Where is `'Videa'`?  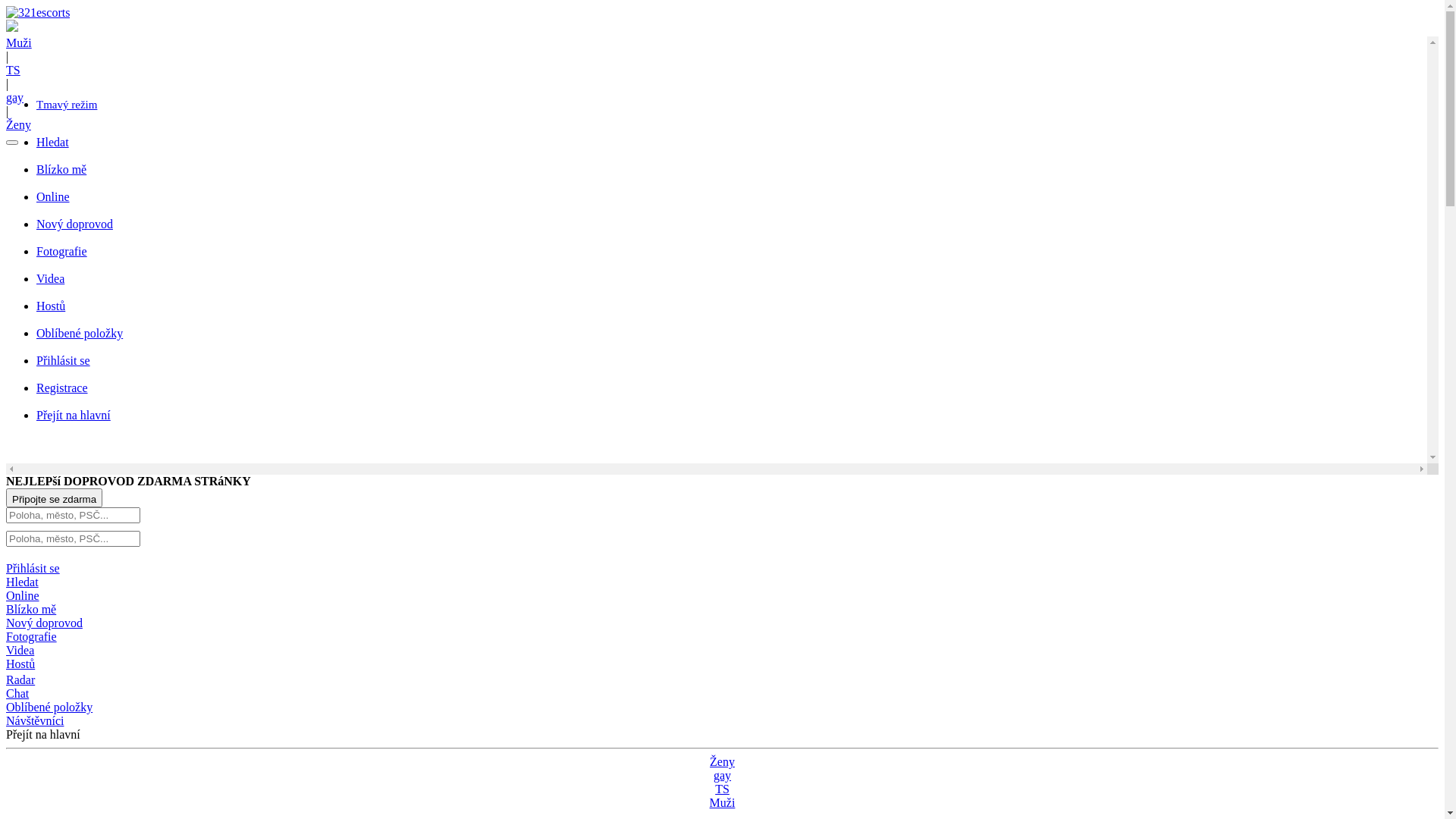
'Videa' is located at coordinates (20, 649).